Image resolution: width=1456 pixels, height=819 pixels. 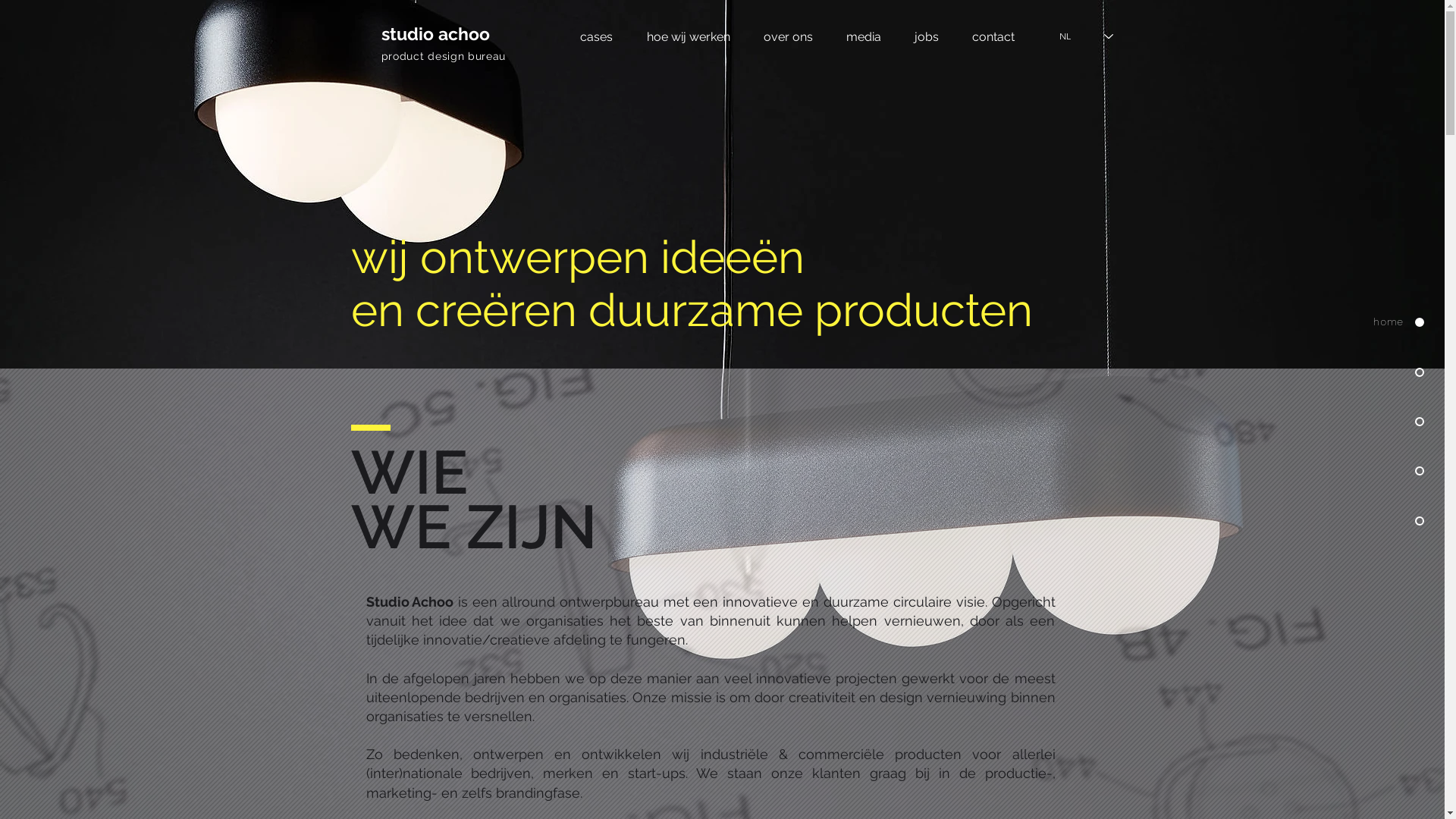 What do you see at coordinates (687, 36) in the screenshot?
I see `'hoe wij werken'` at bounding box center [687, 36].